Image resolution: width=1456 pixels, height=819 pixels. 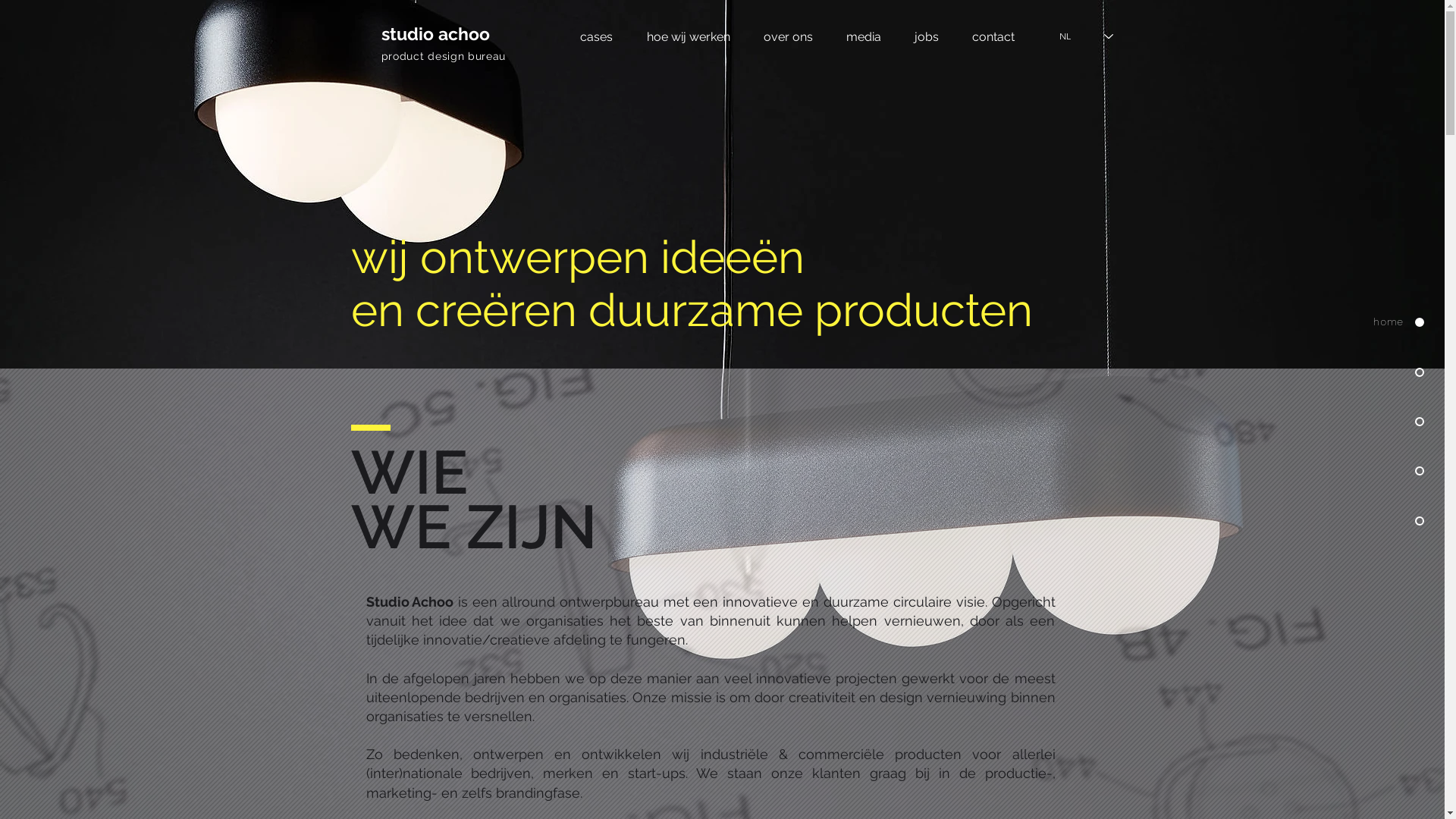 What do you see at coordinates (687, 36) in the screenshot?
I see `'hoe wij werken'` at bounding box center [687, 36].